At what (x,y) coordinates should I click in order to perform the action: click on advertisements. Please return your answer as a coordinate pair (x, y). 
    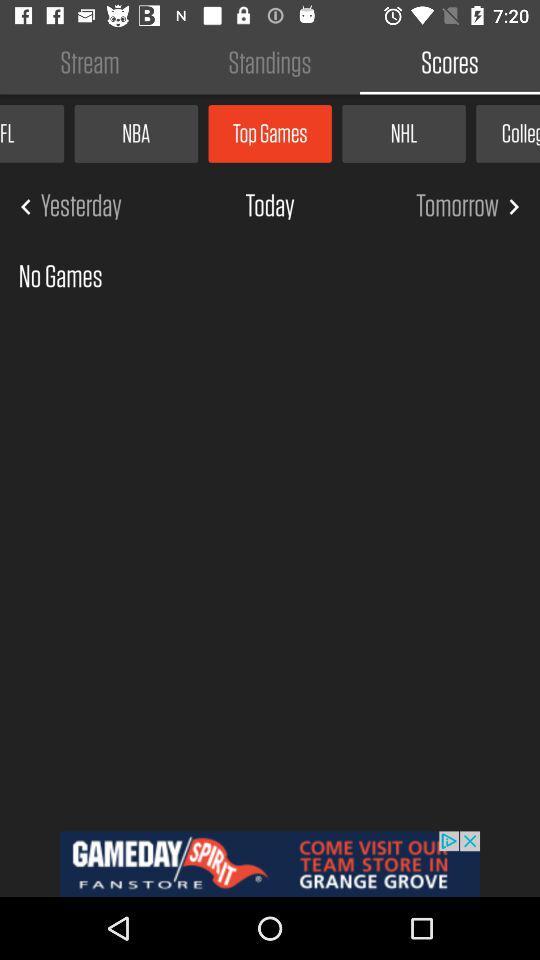
    Looking at the image, I should click on (270, 863).